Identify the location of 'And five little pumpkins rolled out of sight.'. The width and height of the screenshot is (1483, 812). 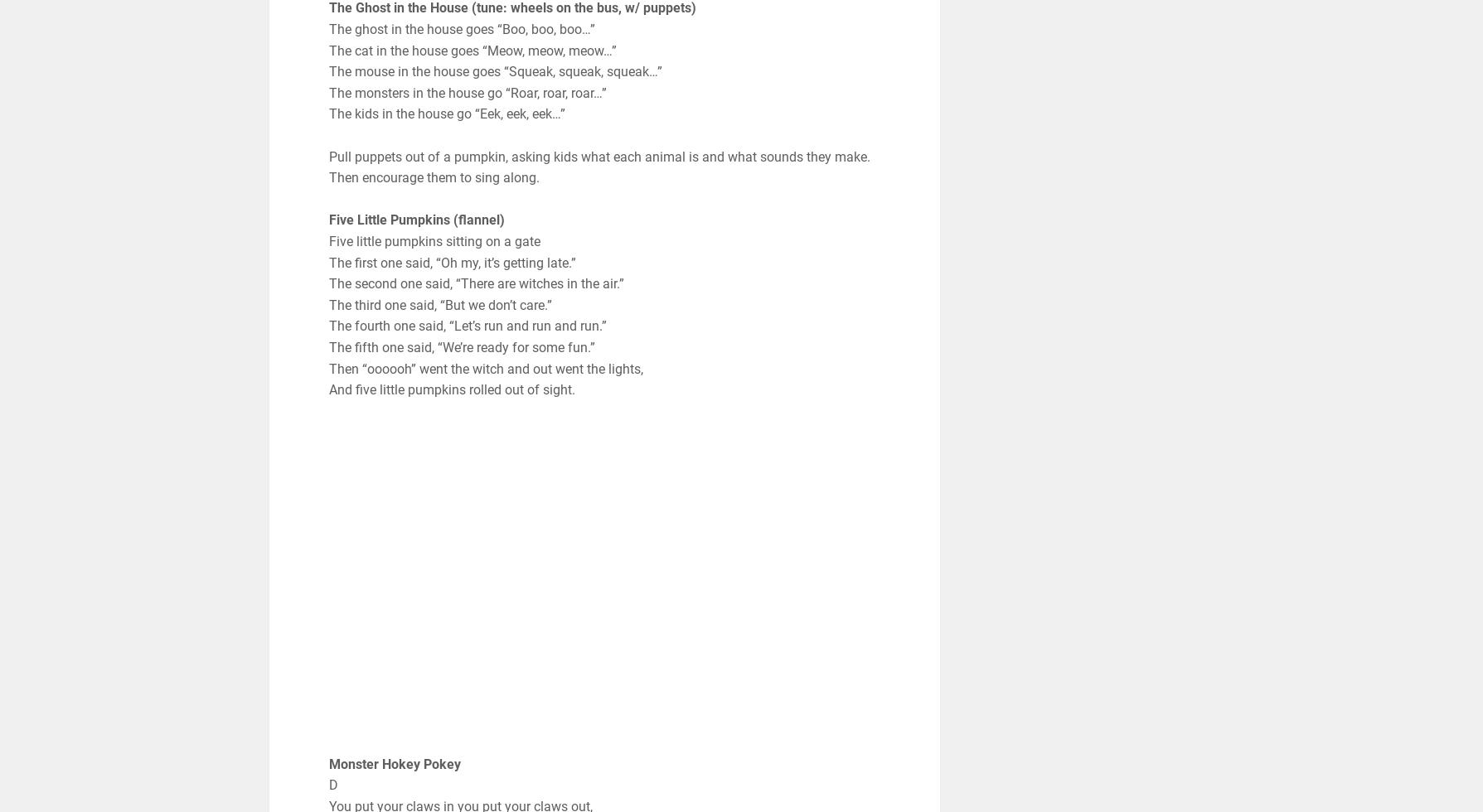
(450, 389).